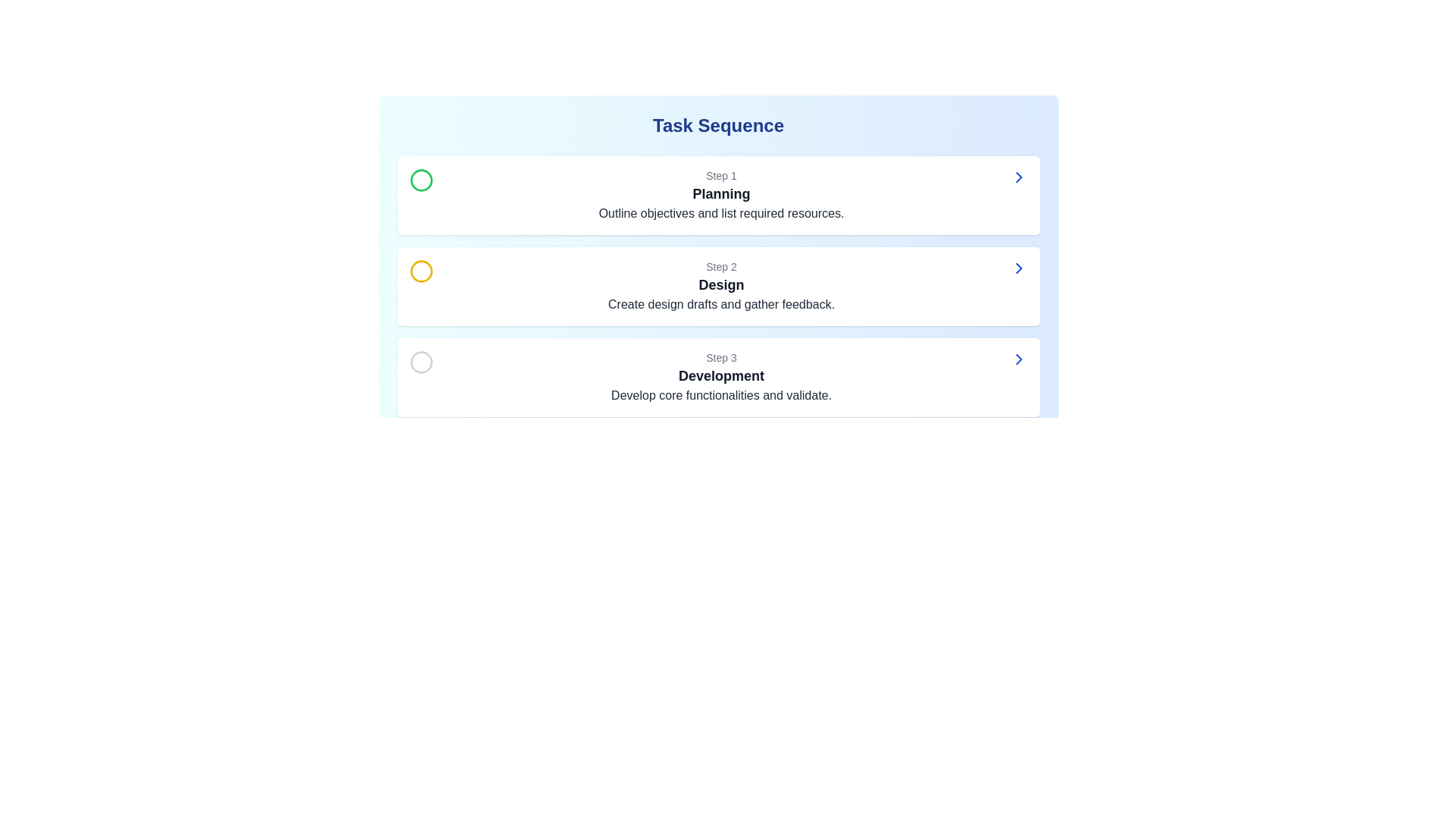 The height and width of the screenshot is (819, 1456). I want to click on the right-pointing chevron icon located to the right of 'Step 3 Development' task in the task list interface for context or animation, so click(1018, 359).